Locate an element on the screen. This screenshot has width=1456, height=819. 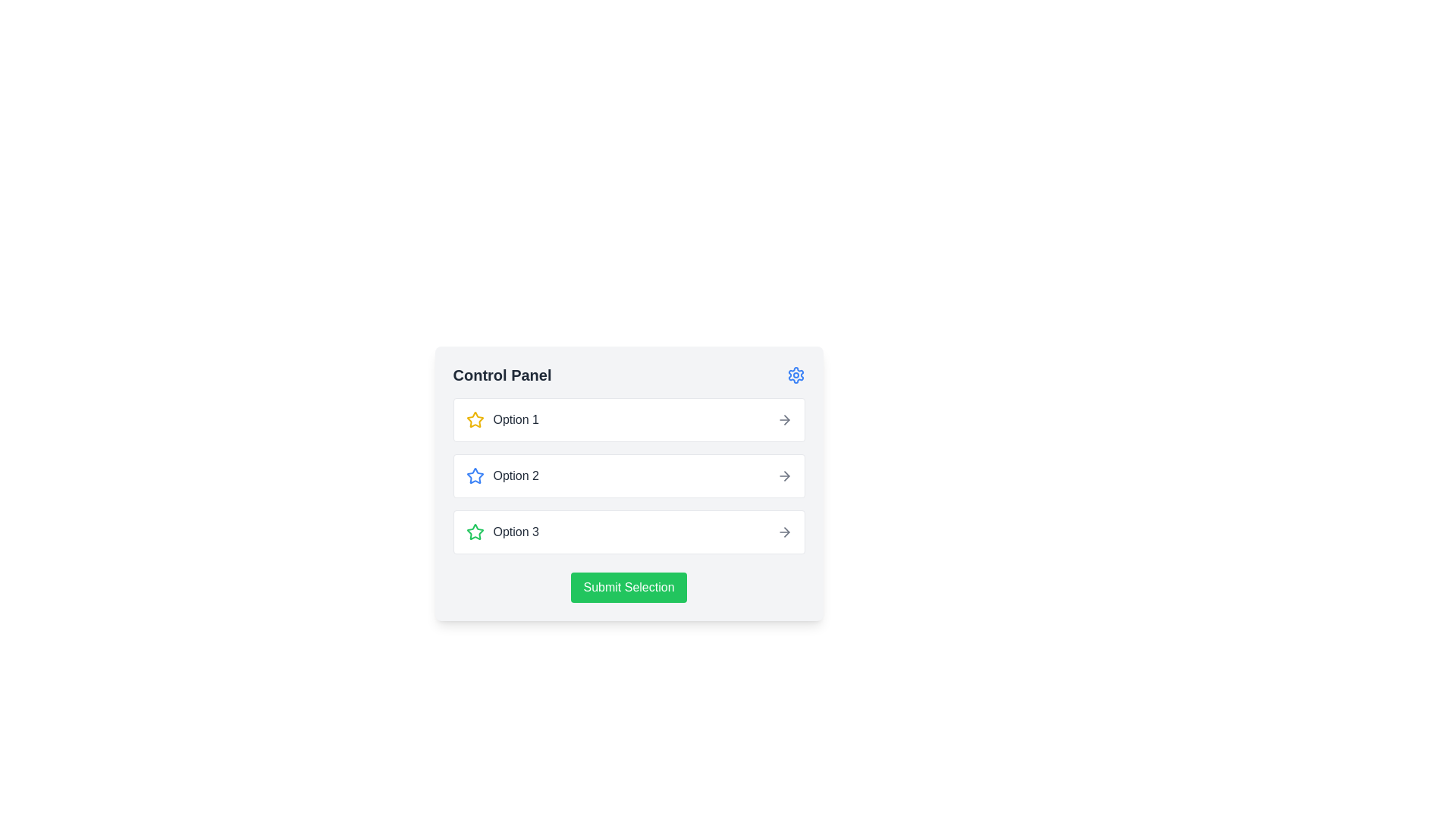
the rectangular button with a green background and white text that reads 'Submit Selection' is located at coordinates (629, 587).